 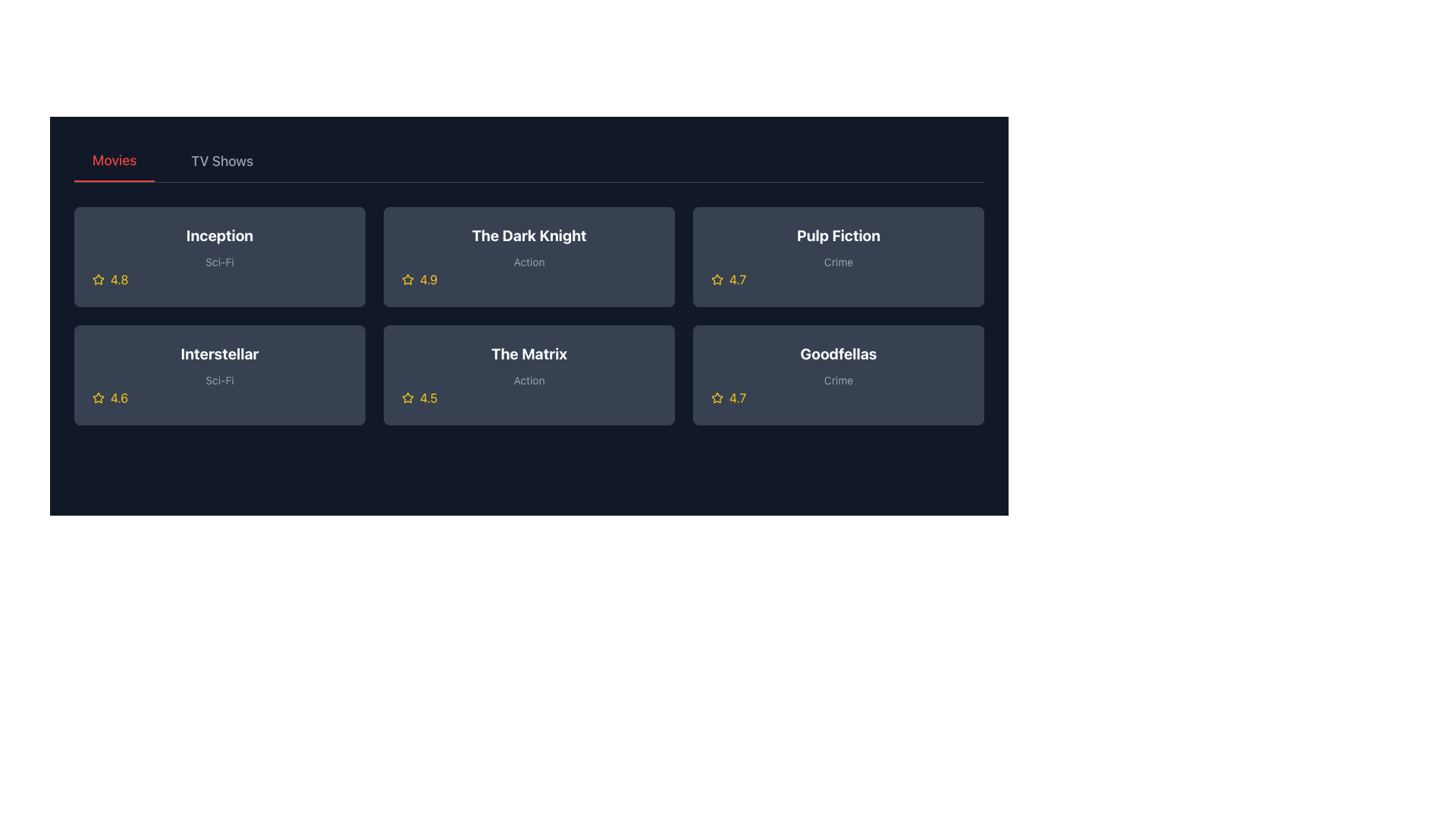 What do you see at coordinates (218, 353) in the screenshot?
I see `the text label 'Interstellar', which is the title of the movie located in the second row, first column of the grid layout, directly above the subtitle 'Sci-Fi'` at bounding box center [218, 353].